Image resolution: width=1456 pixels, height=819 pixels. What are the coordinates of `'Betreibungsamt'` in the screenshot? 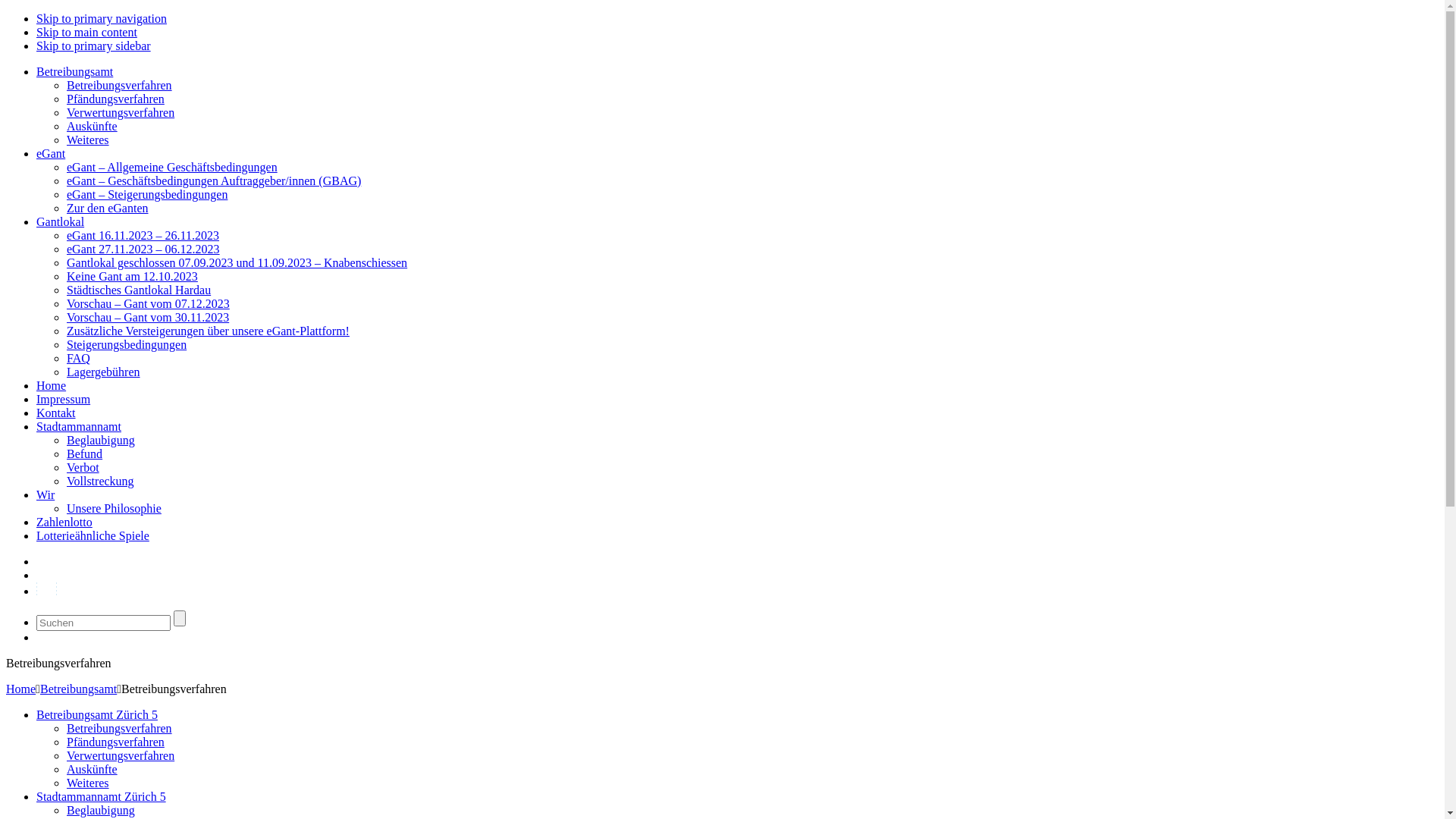 It's located at (77, 689).